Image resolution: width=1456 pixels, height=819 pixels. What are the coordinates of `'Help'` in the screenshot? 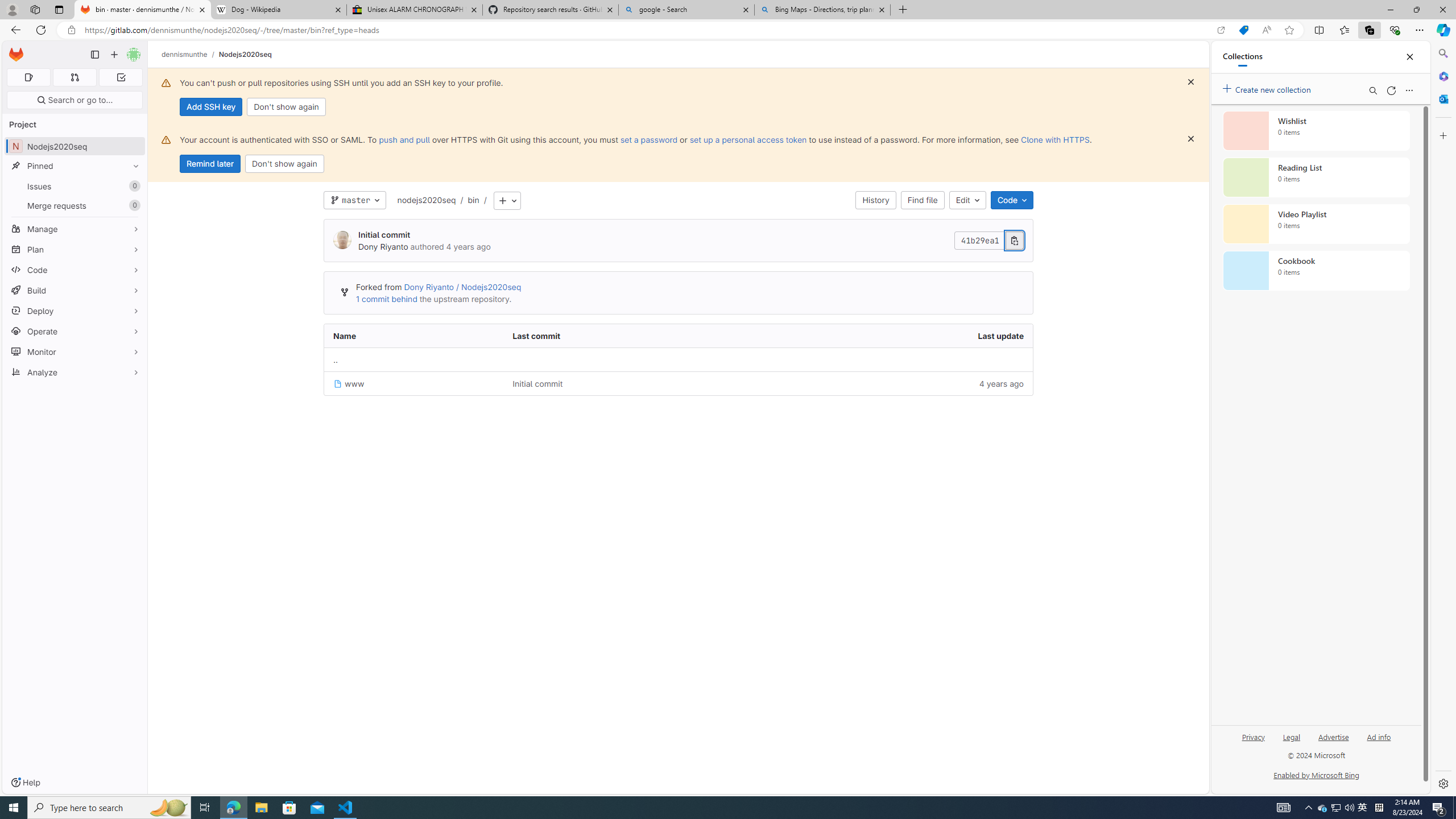 It's located at (25, 781).